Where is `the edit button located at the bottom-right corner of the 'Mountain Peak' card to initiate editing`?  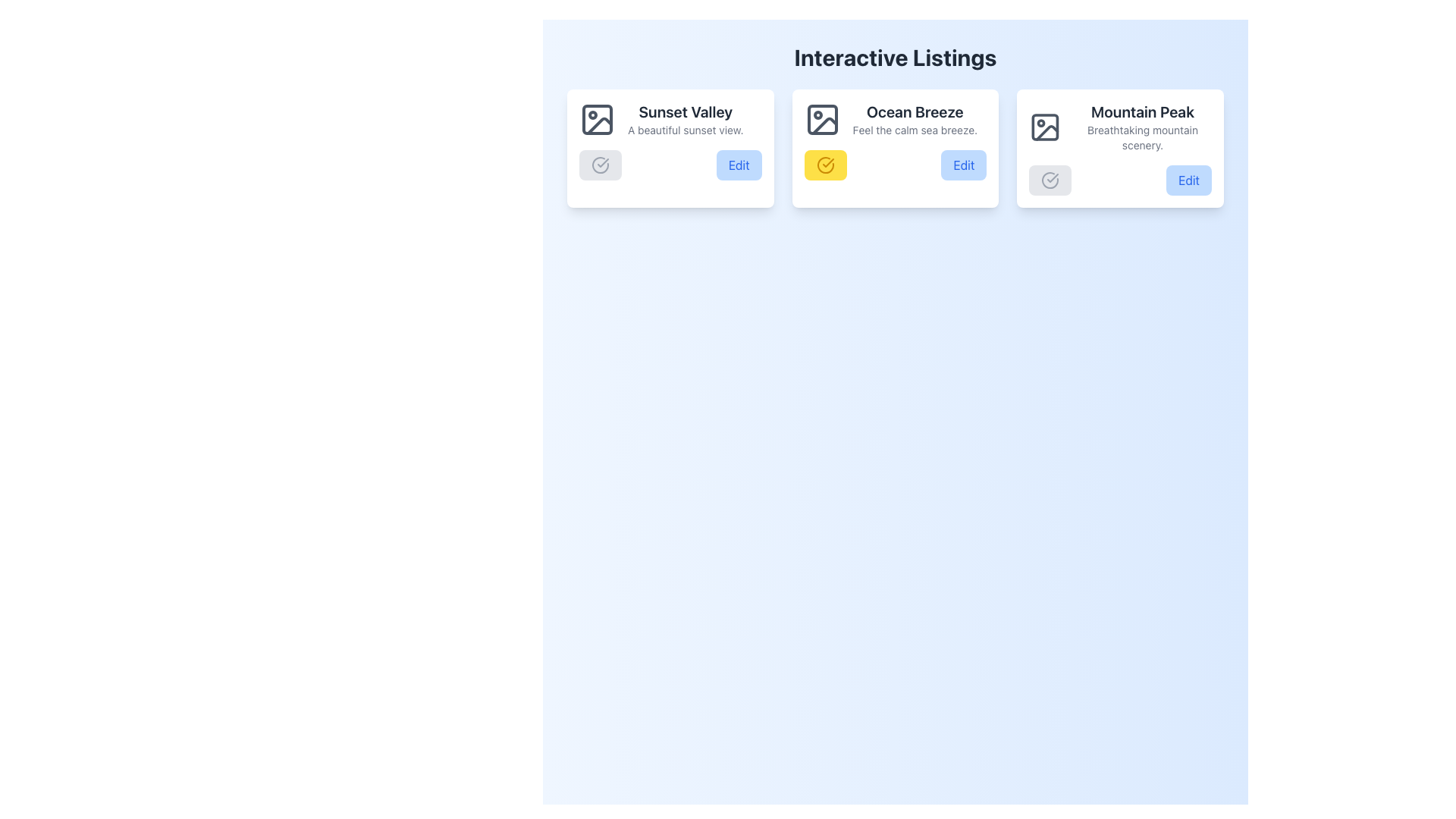 the edit button located at the bottom-right corner of the 'Mountain Peak' card to initiate editing is located at coordinates (1188, 180).